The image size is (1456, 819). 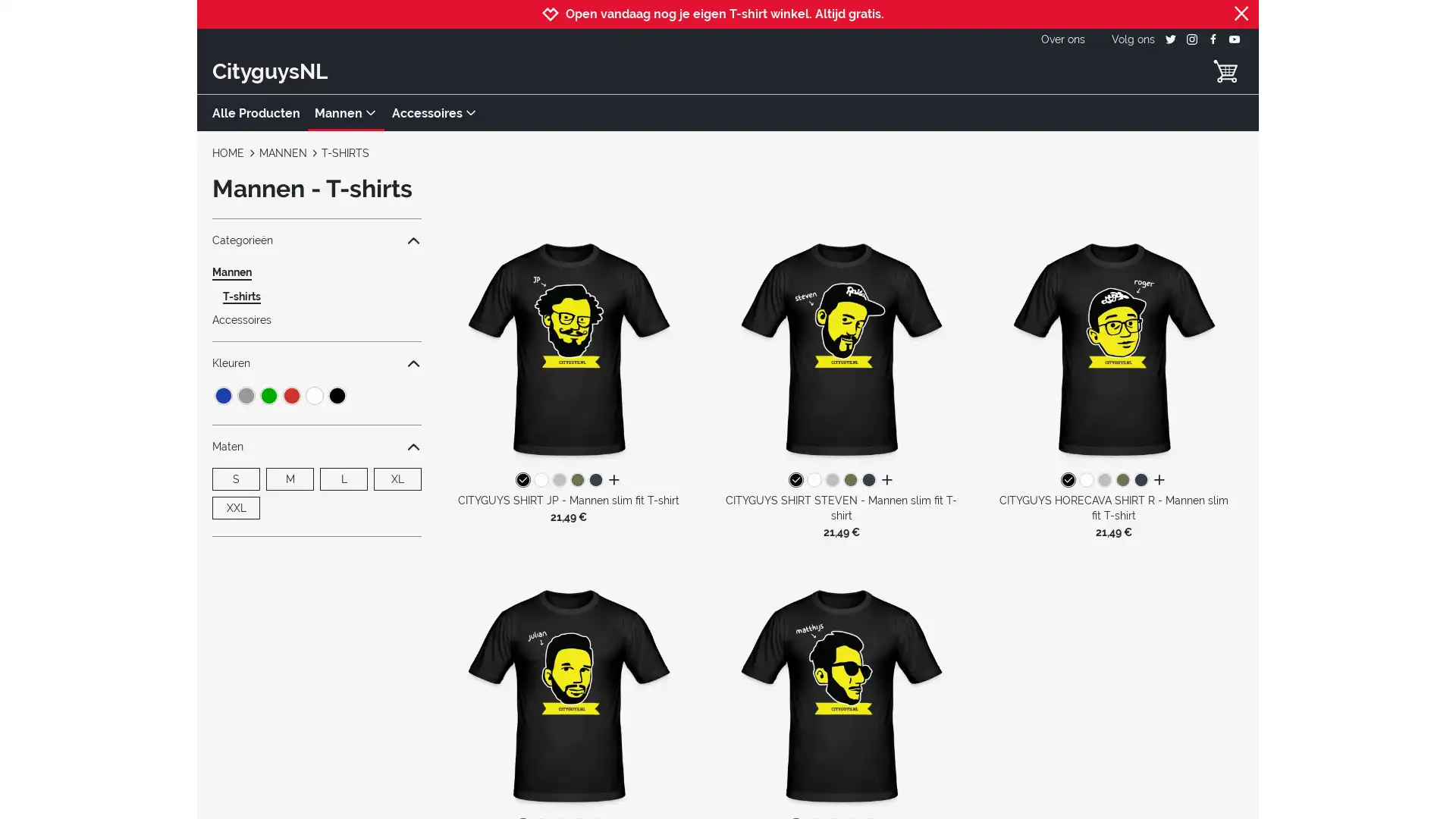 What do you see at coordinates (839, 347) in the screenshot?
I see `CITYGUYS SHIRT STEVEN - Mannen slim fit T-shirt` at bounding box center [839, 347].